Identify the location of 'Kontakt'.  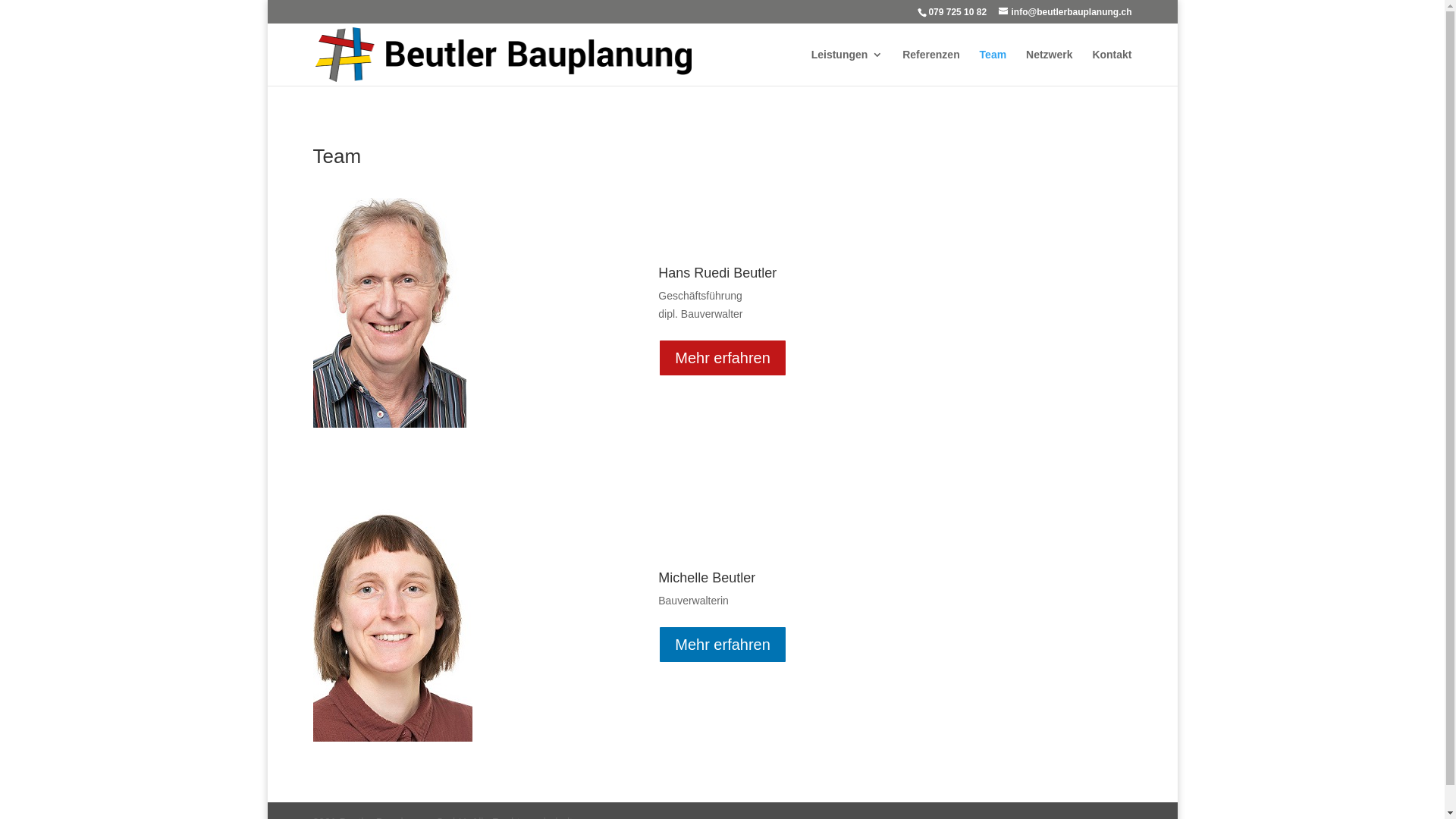
(1111, 66).